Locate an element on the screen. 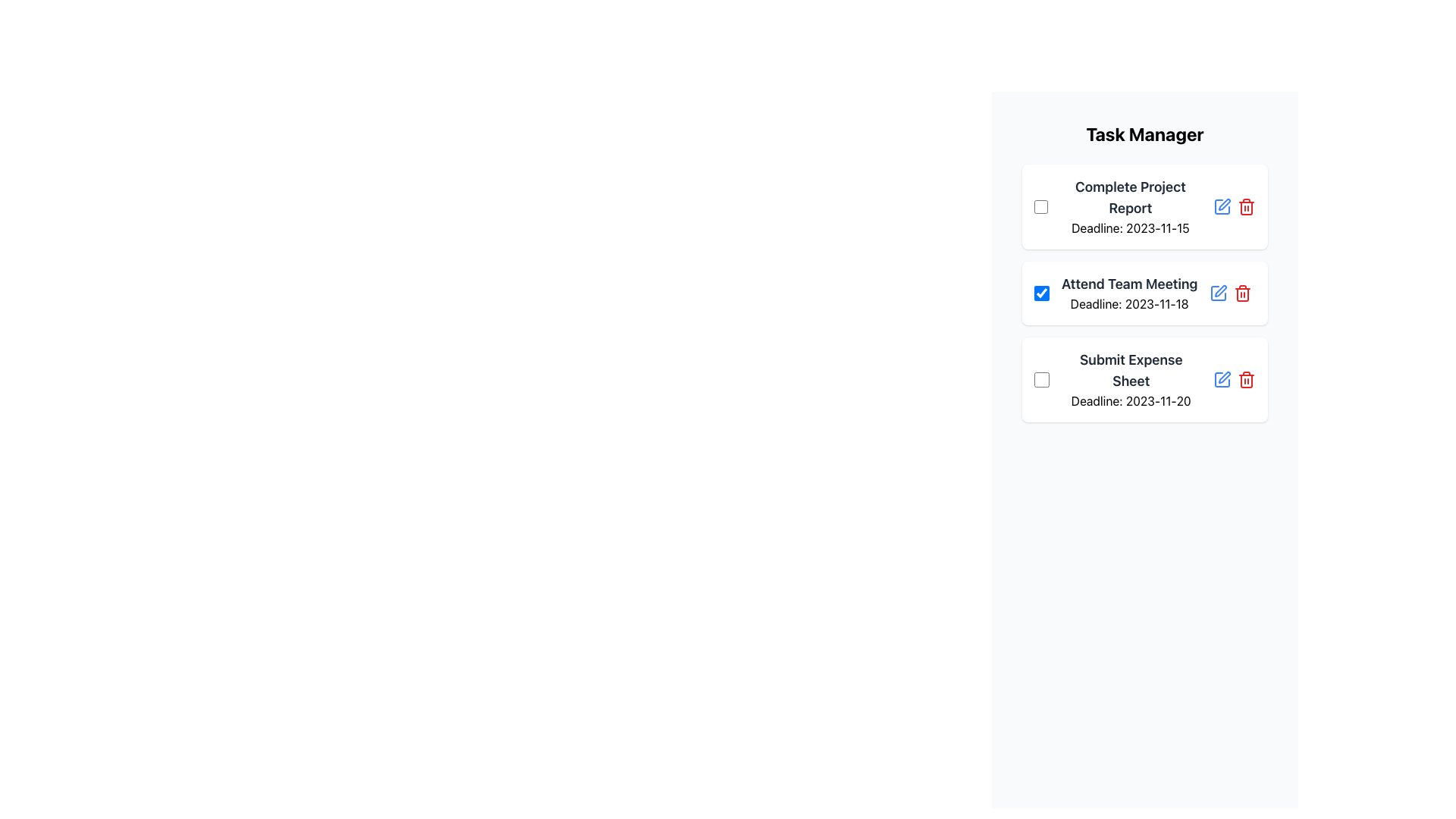  title text of the second task entry located above the deadline text 'Deadline: 2023-11-18' is located at coordinates (1129, 284).